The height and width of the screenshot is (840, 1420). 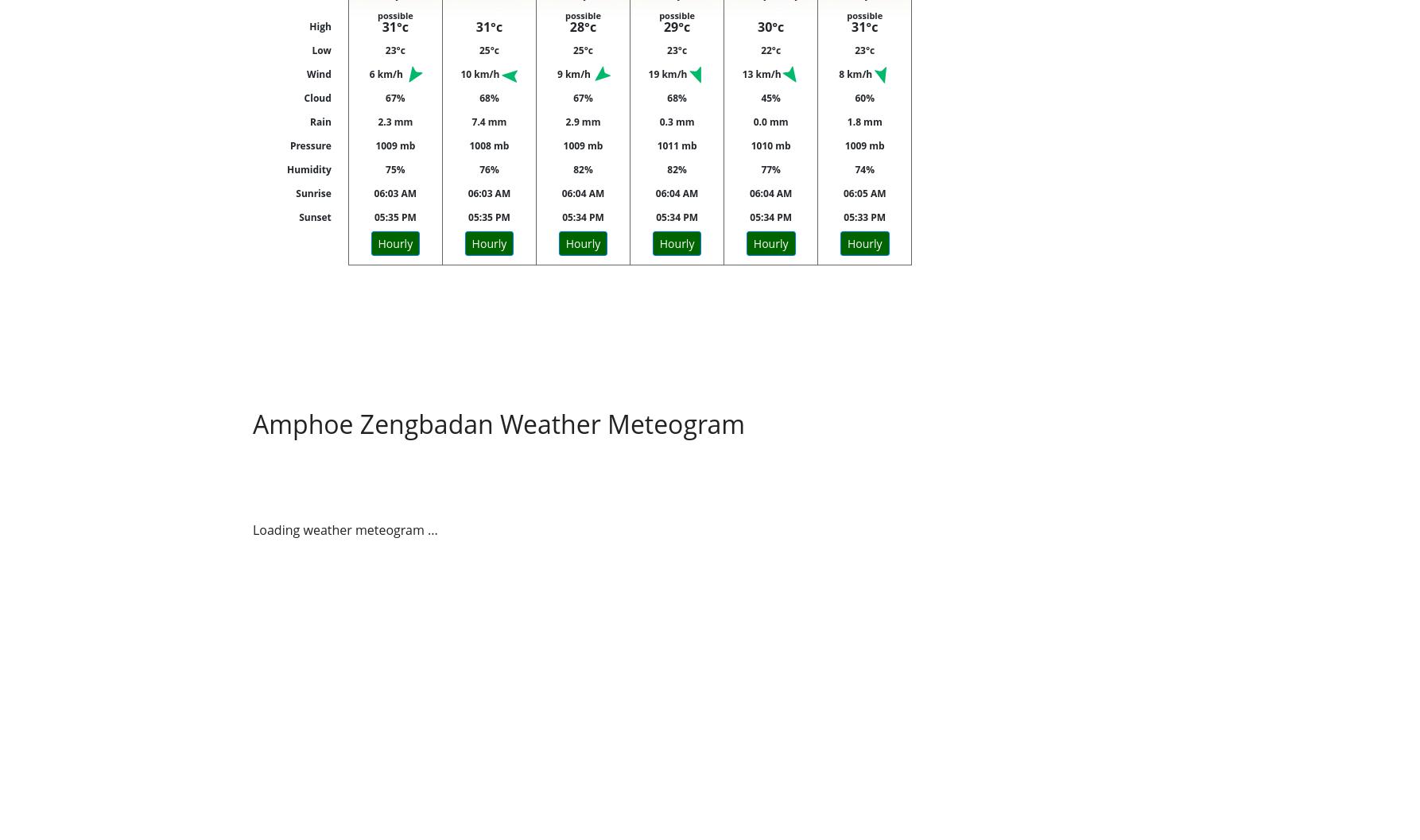 I want to click on '1008 mb', so click(x=488, y=145).